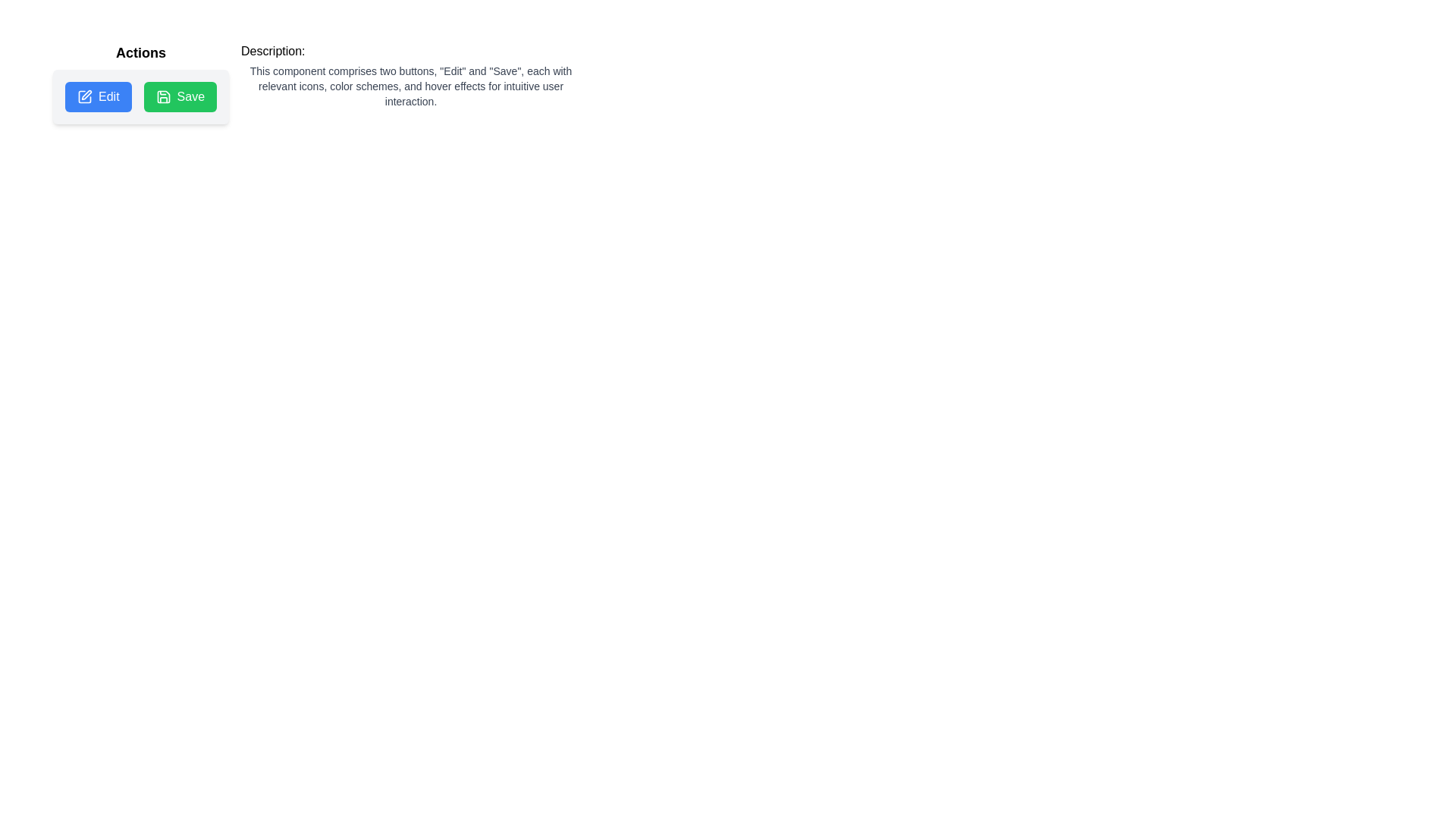 This screenshot has width=1456, height=819. Describe the element at coordinates (163, 96) in the screenshot. I see `the floppy disk icon within the 'Save' button` at that location.